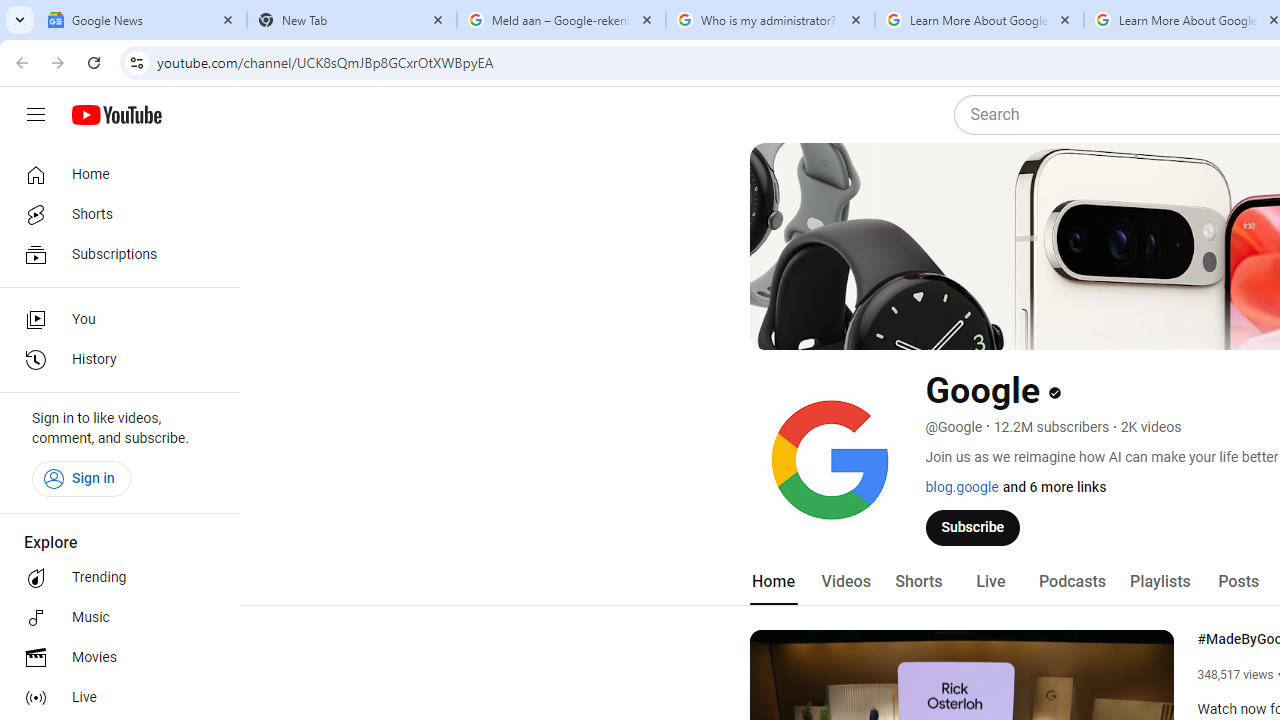  What do you see at coordinates (1071, 581) in the screenshot?
I see `'Podcasts'` at bounding box center [1071, 581].